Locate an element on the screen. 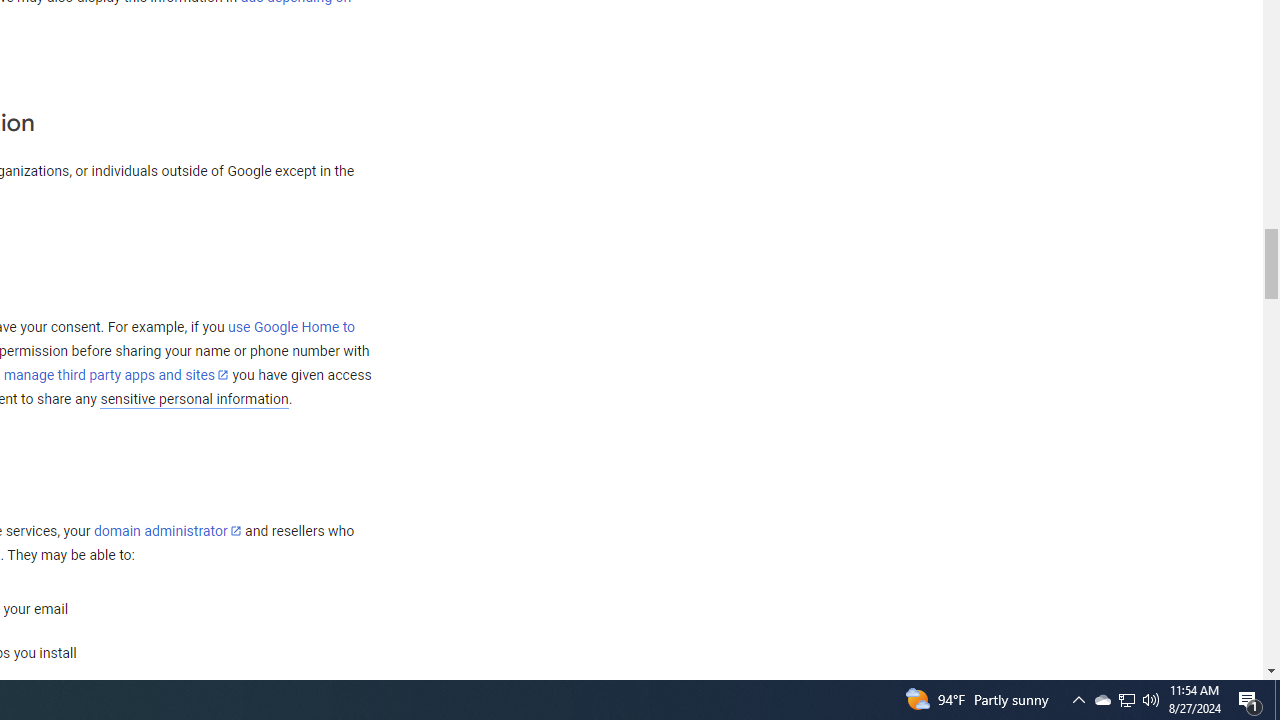  'domain administrator' is located at coordinates (167, 530).